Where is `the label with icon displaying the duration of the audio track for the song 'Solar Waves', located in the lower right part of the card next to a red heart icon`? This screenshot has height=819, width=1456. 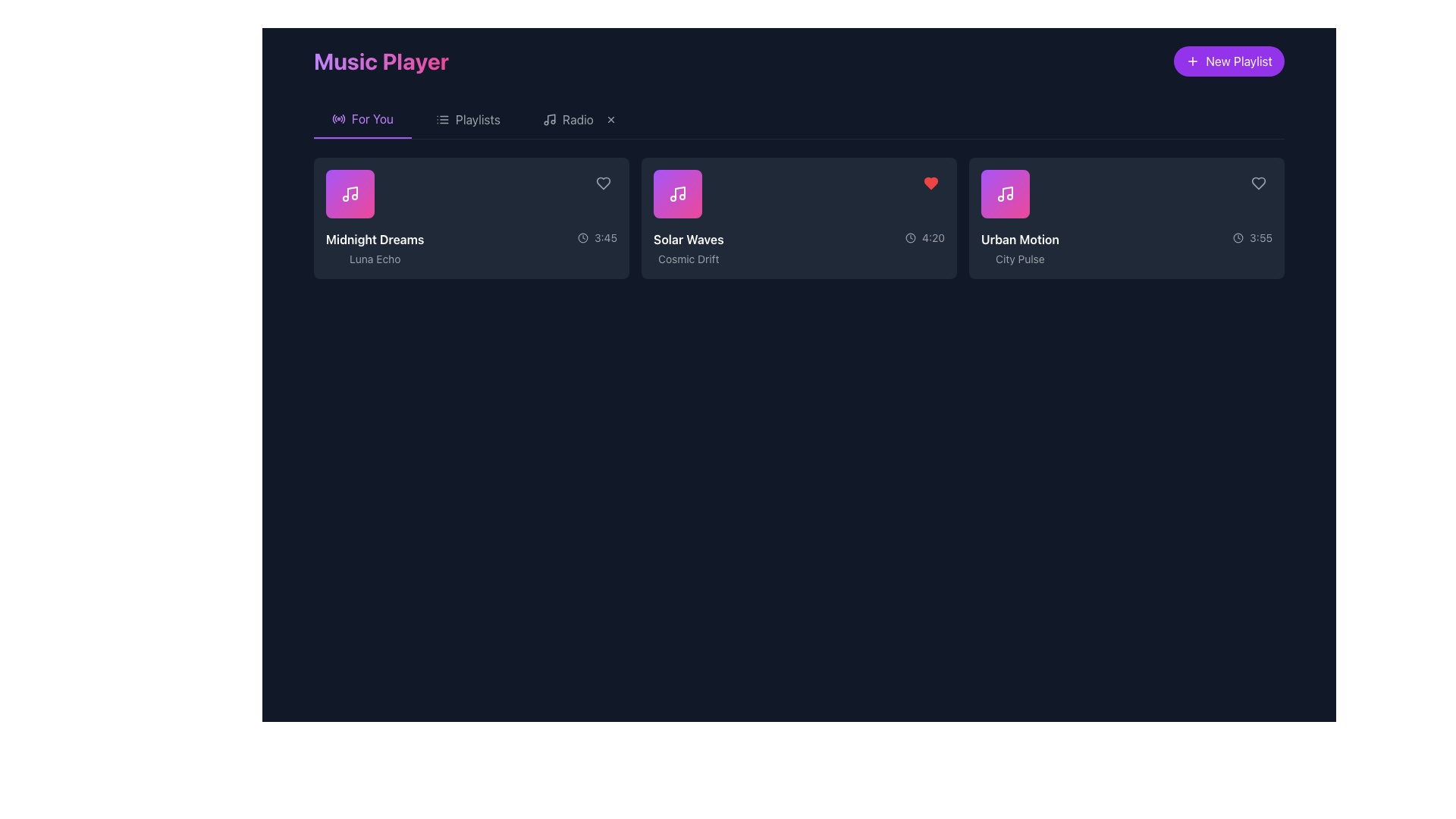
the label with icon displaying the duration of the audio track for the song 'Solar Waves', located in the lower right part of the card next to a red heart icon is located at coordinates (924, 237).